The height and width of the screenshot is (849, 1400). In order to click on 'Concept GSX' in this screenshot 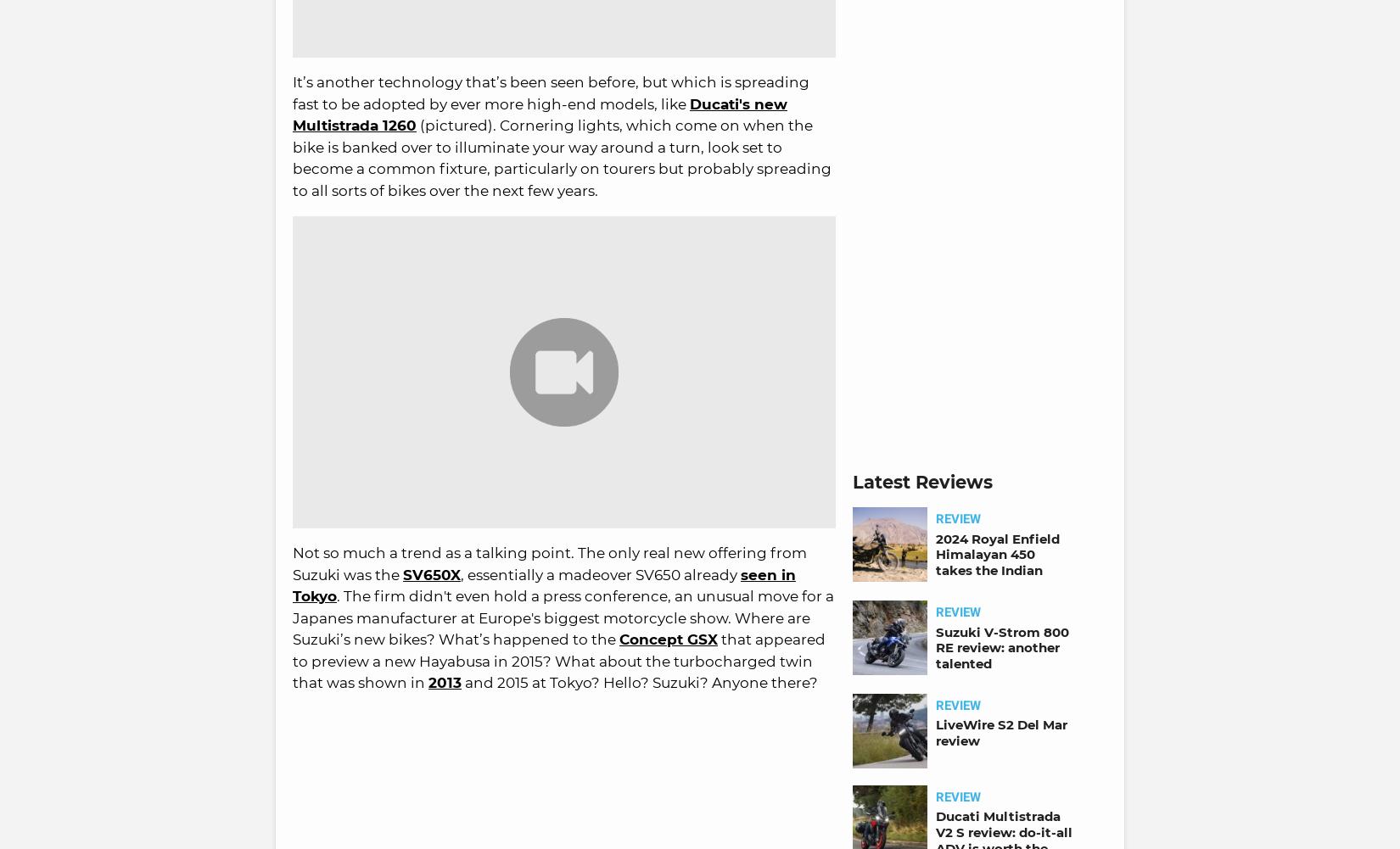, I will do `click(668, 639)`.